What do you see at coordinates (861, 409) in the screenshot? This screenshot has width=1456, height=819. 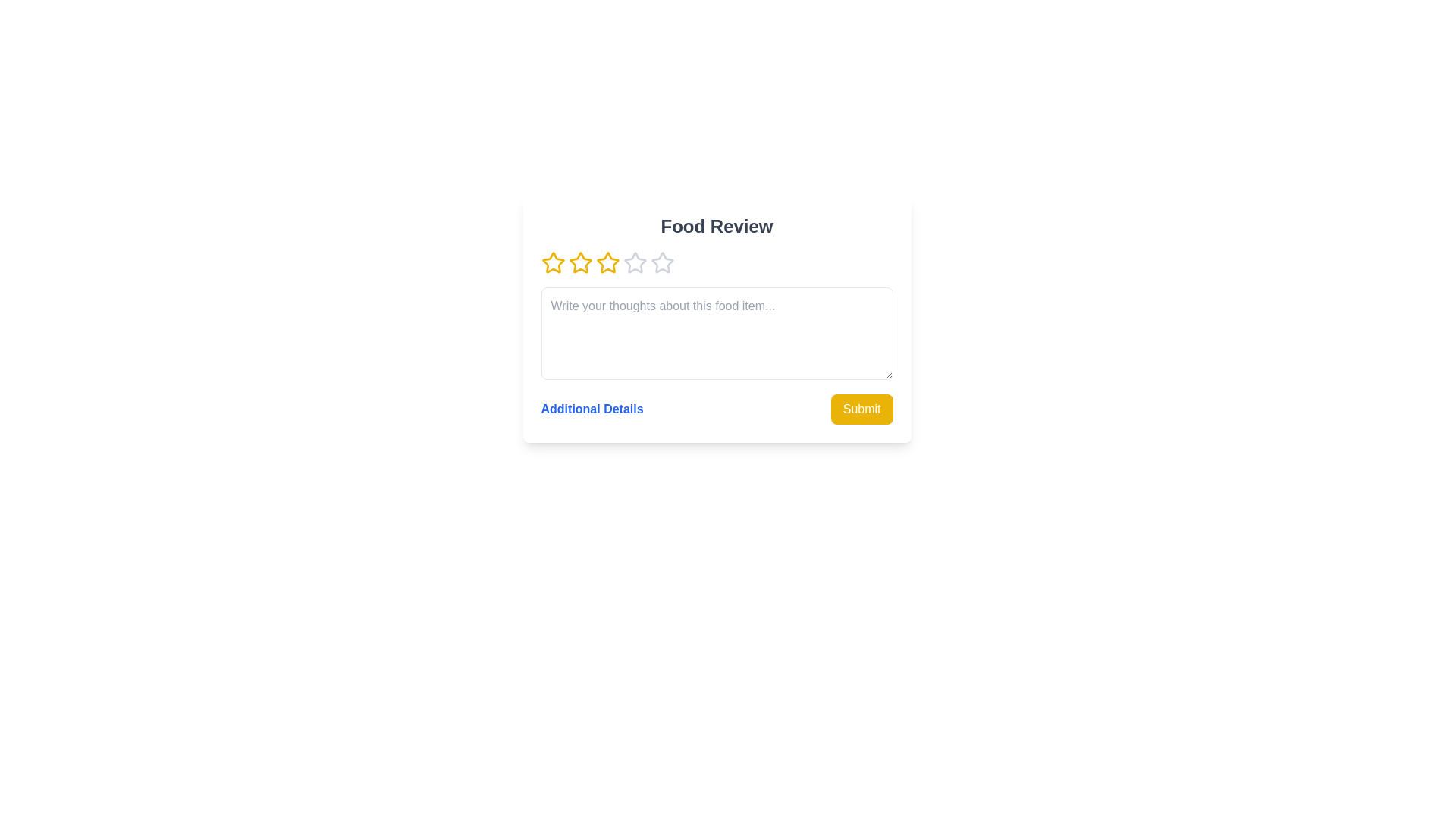 I see `the 'Submit' button to submit the review` at bounding box center [861, 409].